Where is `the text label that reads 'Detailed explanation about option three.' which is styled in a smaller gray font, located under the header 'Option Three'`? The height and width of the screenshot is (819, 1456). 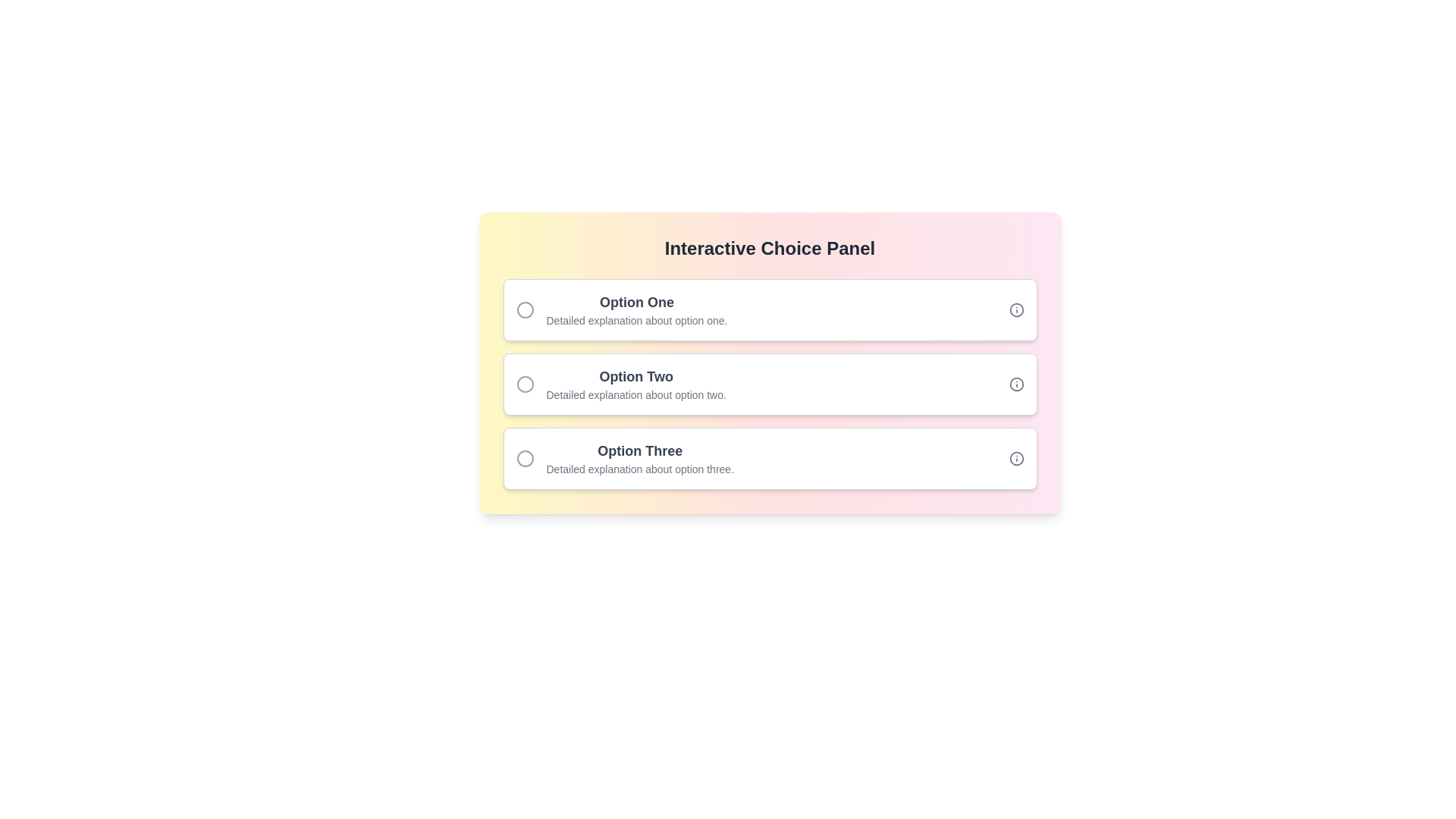 the text label that reads 'Detailed explanation about option three.' which is styled in a smaller gray font, located under the header 'Option Three' is located at coordinates (640, 468).